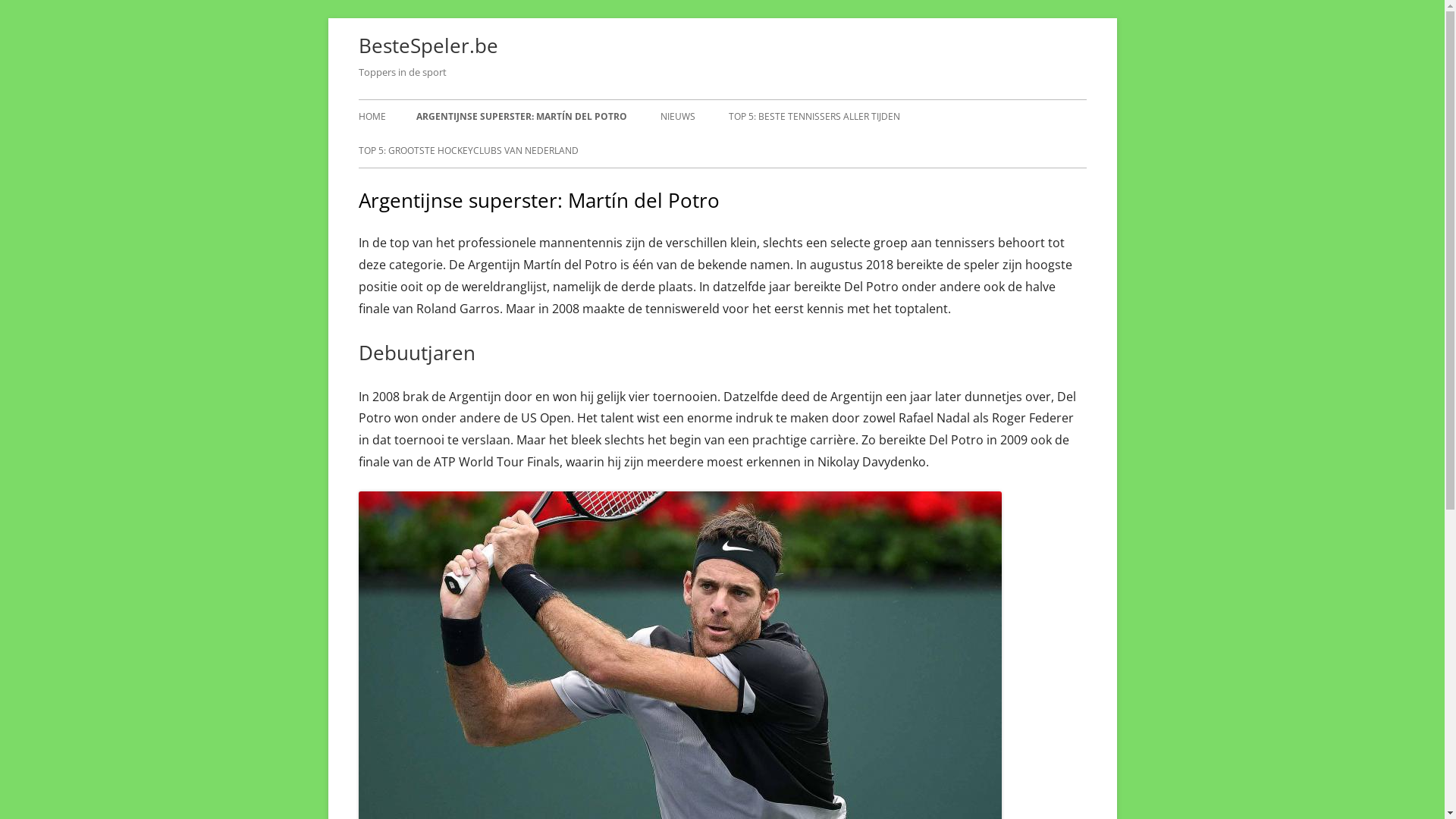 This screenshot has height=819, width=1456. Describe the element at coordinates (427, 45) in the screenshot. I see `'BesteSpeler.be'` at that location.